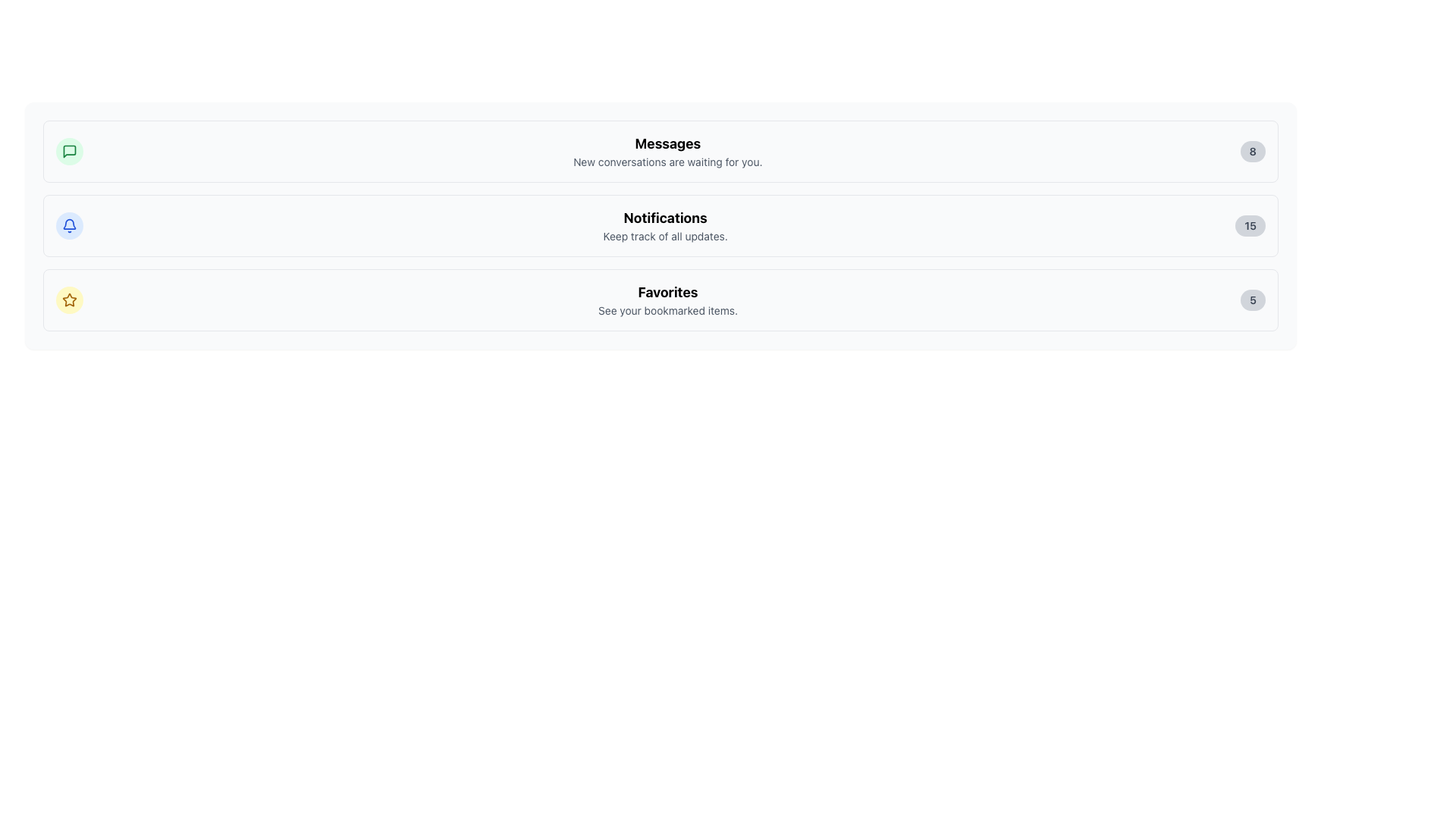 Image resolution: width=1456 pixels, height=819 pixels. What do you see at coordinates (667, 300) in the screenshot?
I see `text from the 'Favorites' section that consists of a bold title and a description below it, where the title reads 'Favorites' and the description reads 'See your bookmarked items.'` at bounding box center [667, 300].